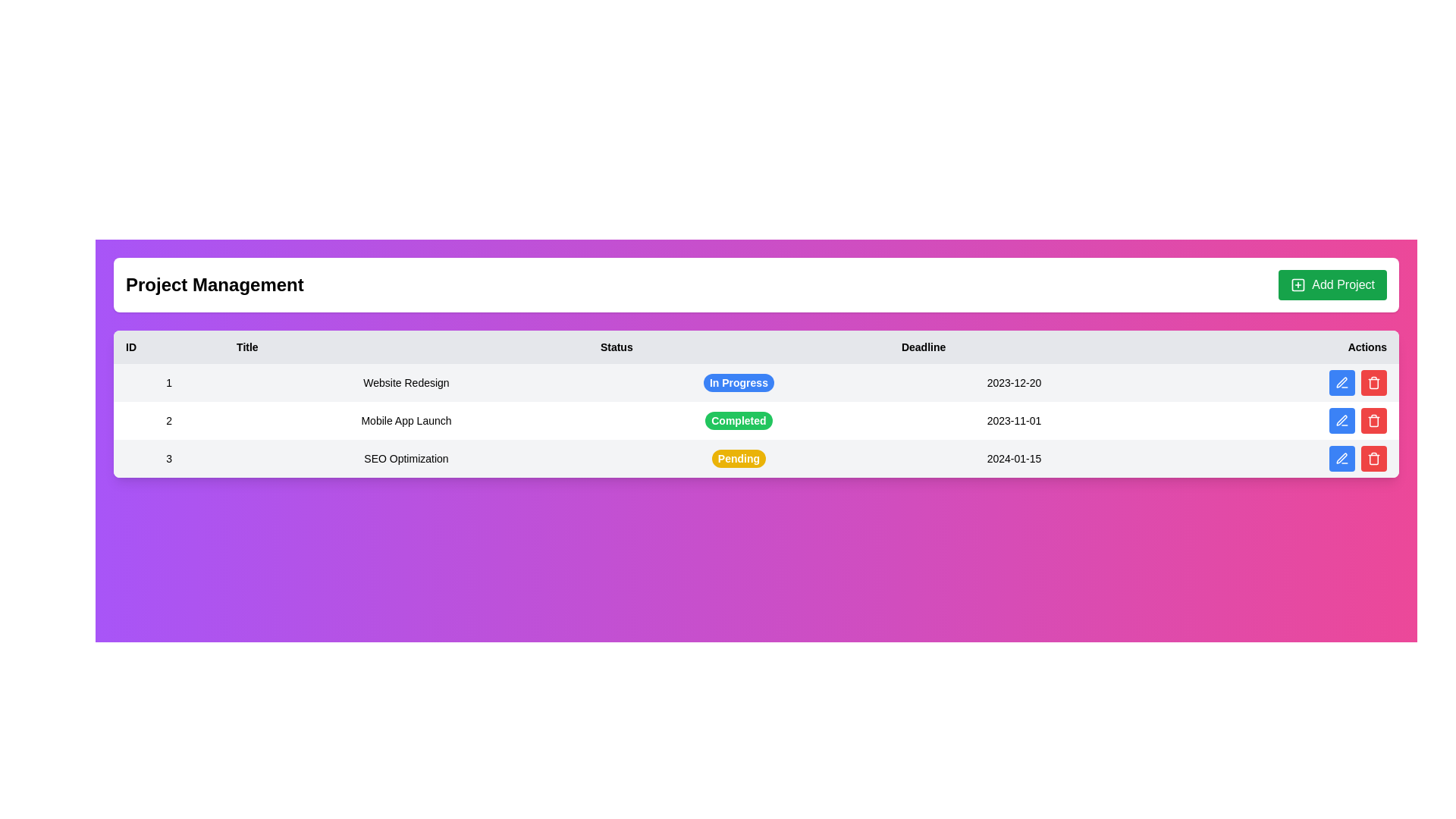 This screenshot has width=1456, height=819. What do you see at coordinates (1342, 382) in the screenshot?
I see `the edit icon located inside the blue button in the 'Actions' column of the first row of the 'Project Management' table` at bounding box center [1342, 382].